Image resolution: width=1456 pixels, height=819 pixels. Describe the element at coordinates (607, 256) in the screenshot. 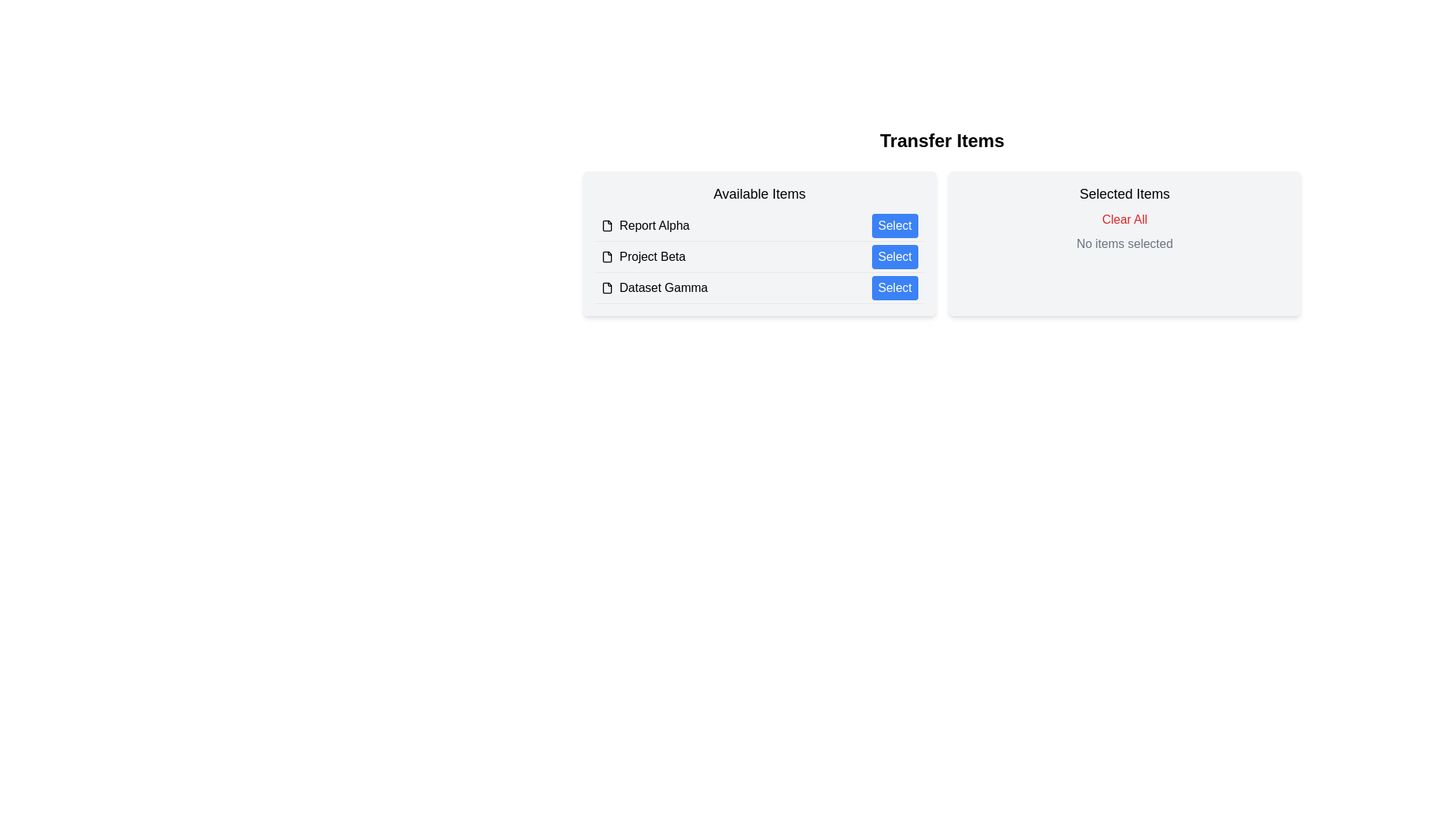

I see `the Decorative file icon located next to the text label 'Project Beta' in the left panel labeled 'Available Items'` at that location.